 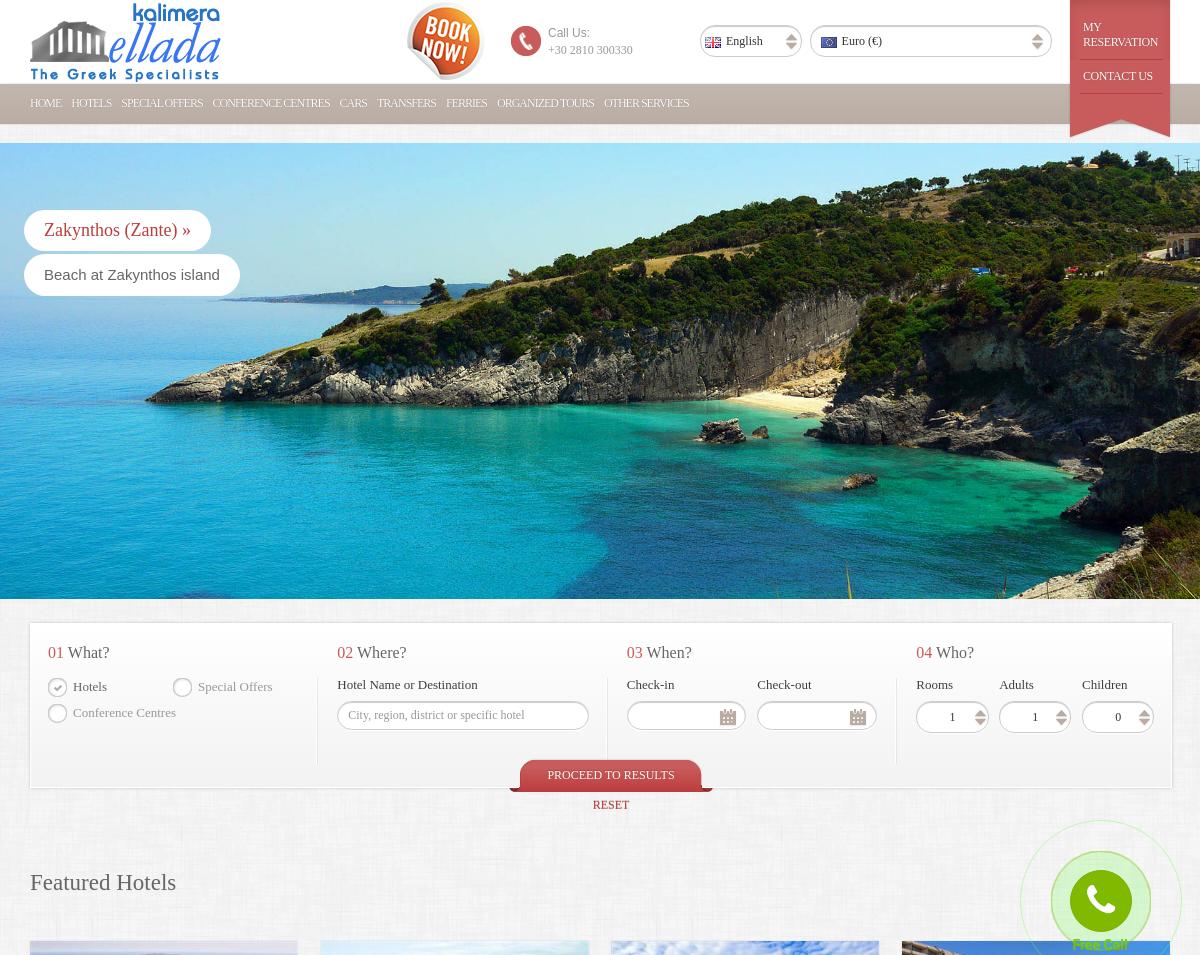 What do you see at coordinates (574, 274) in the screenshot?
I see `'Limnos island'` at bounding box center [574, 274].